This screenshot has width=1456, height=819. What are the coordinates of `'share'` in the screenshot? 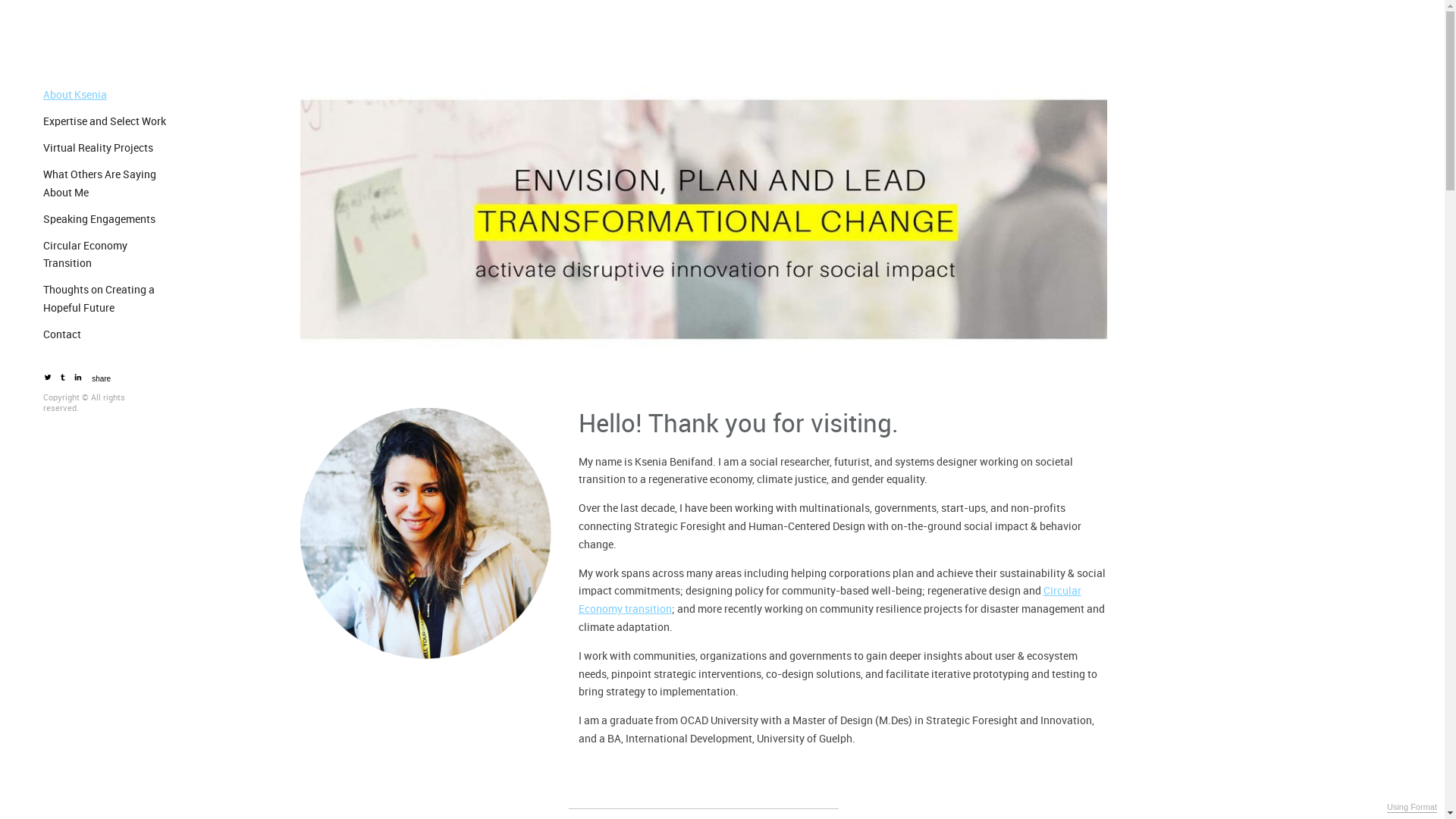 It's located at (90, 378).